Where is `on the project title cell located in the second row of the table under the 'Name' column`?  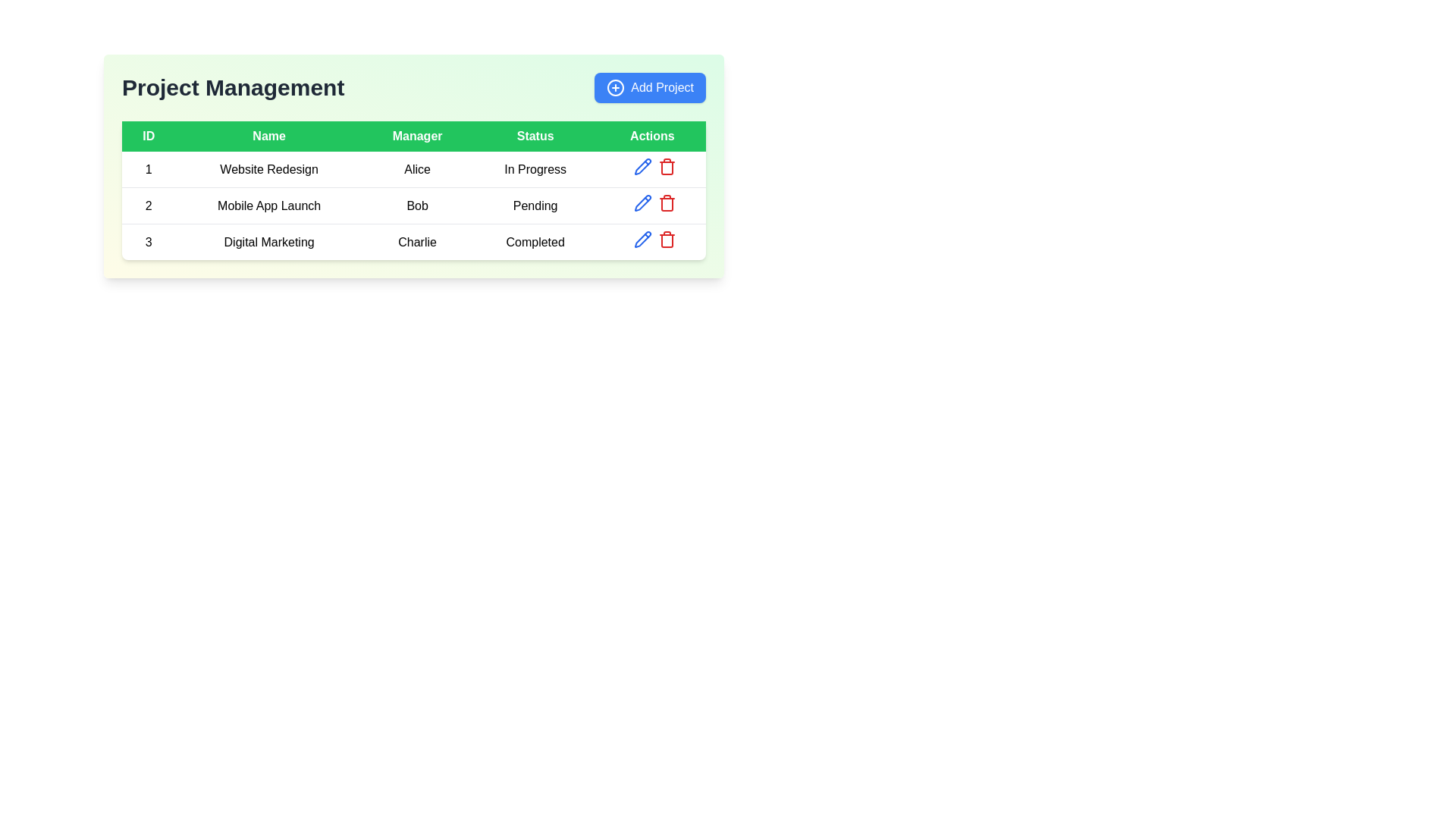
on the project title cell located in the second row of the table under the 'Name' column is located at coordinates (269, 206).